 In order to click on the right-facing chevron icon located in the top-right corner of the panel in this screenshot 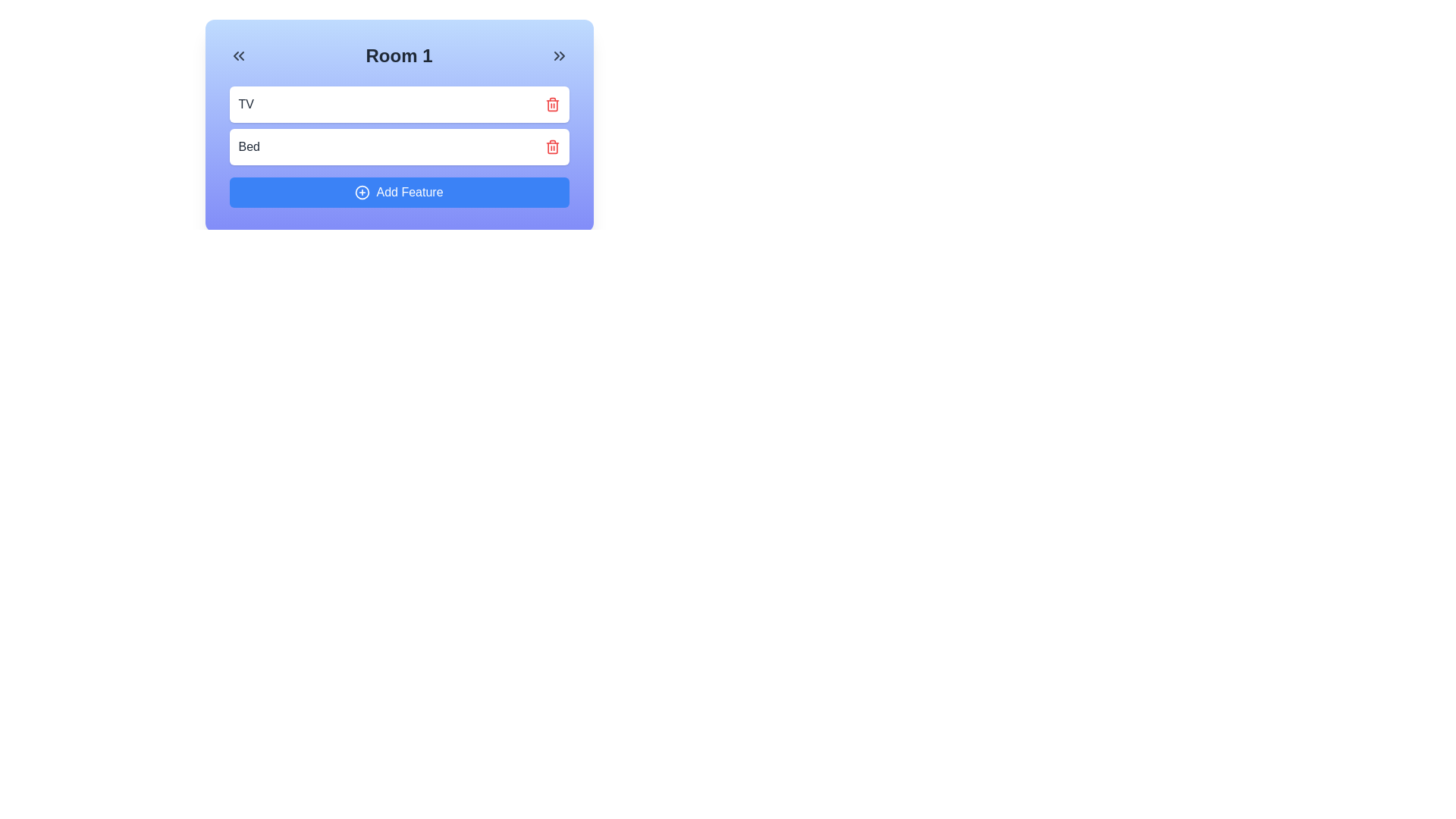, I will do `click(561, 55)`.